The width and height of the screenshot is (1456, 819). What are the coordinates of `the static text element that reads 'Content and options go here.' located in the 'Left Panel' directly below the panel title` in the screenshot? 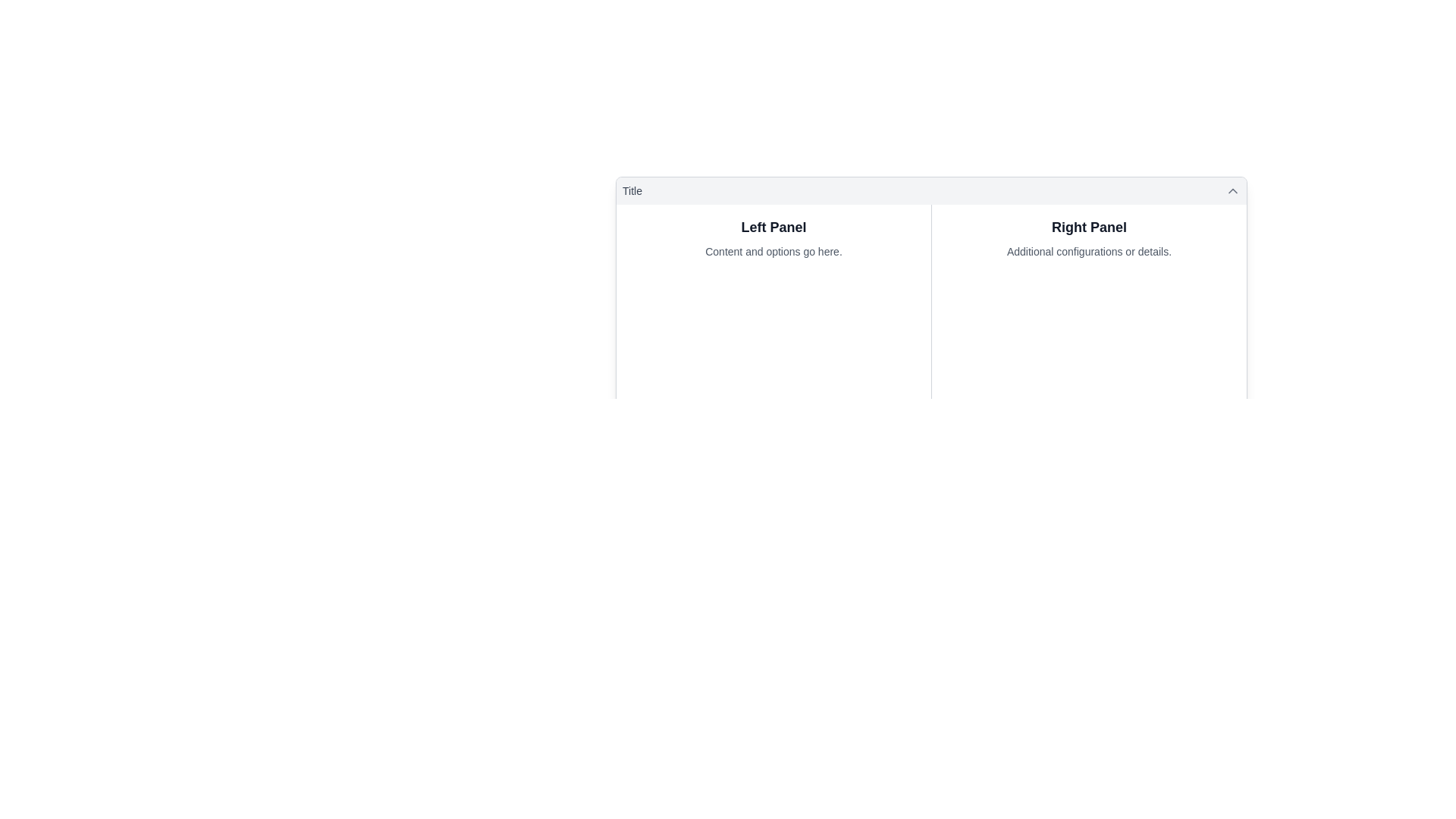 It's located at (773, 250).